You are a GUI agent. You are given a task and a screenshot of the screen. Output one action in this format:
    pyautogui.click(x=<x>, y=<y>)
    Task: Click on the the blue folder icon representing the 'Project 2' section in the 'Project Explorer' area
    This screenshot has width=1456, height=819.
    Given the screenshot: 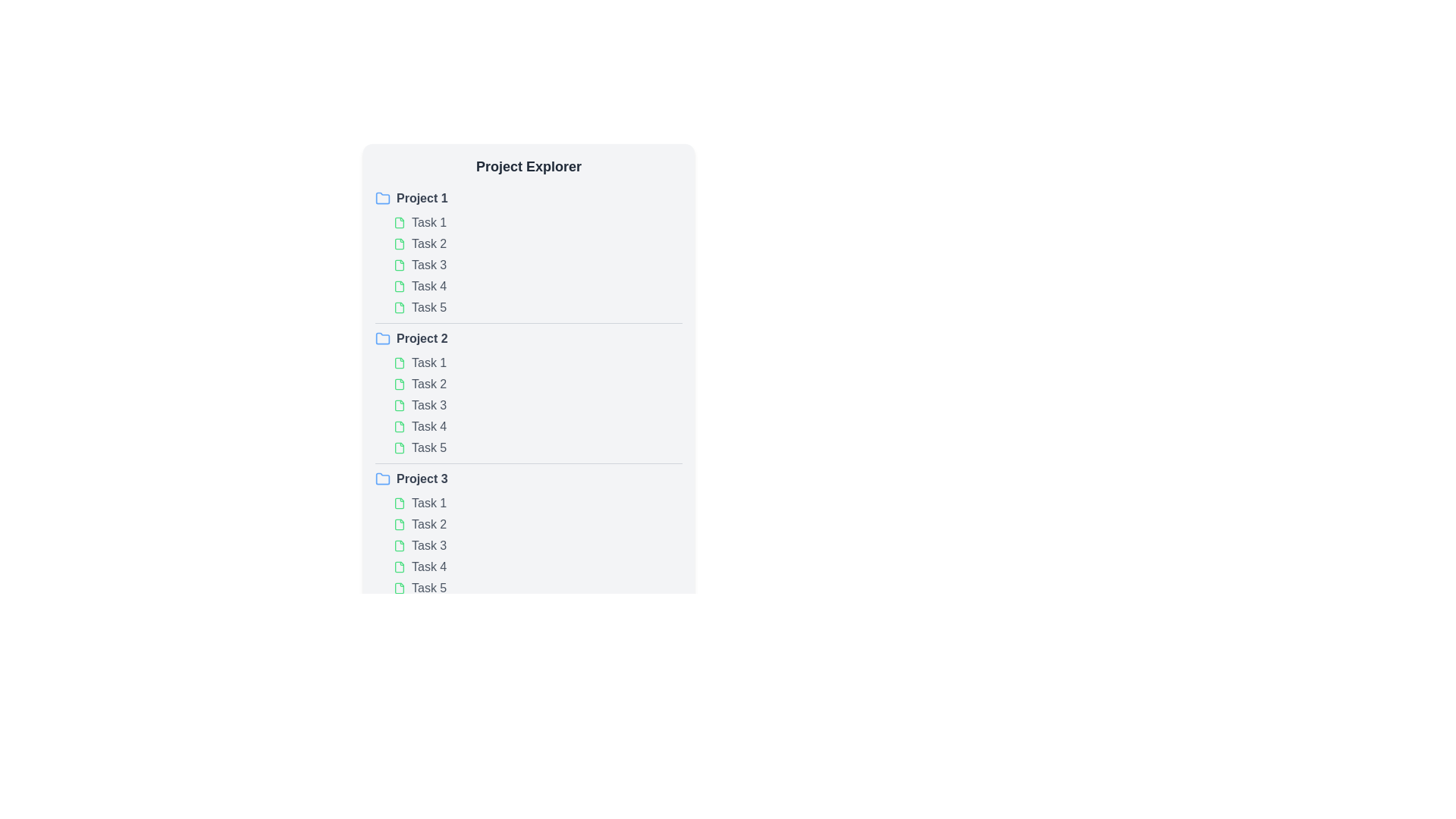 What is the action you would take?
    pyautogui.click(x=382, y=337)
    